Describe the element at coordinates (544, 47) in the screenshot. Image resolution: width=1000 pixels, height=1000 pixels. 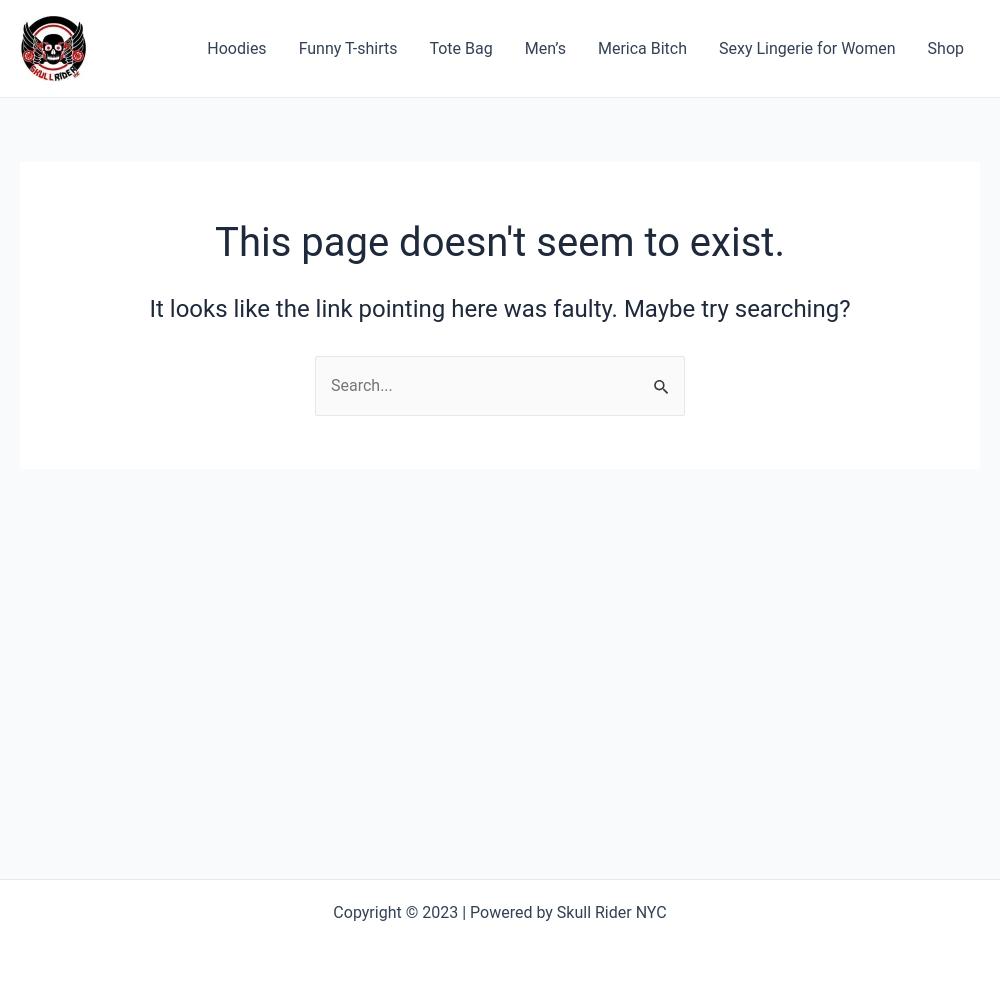
I see `'Men’s'` at that location.